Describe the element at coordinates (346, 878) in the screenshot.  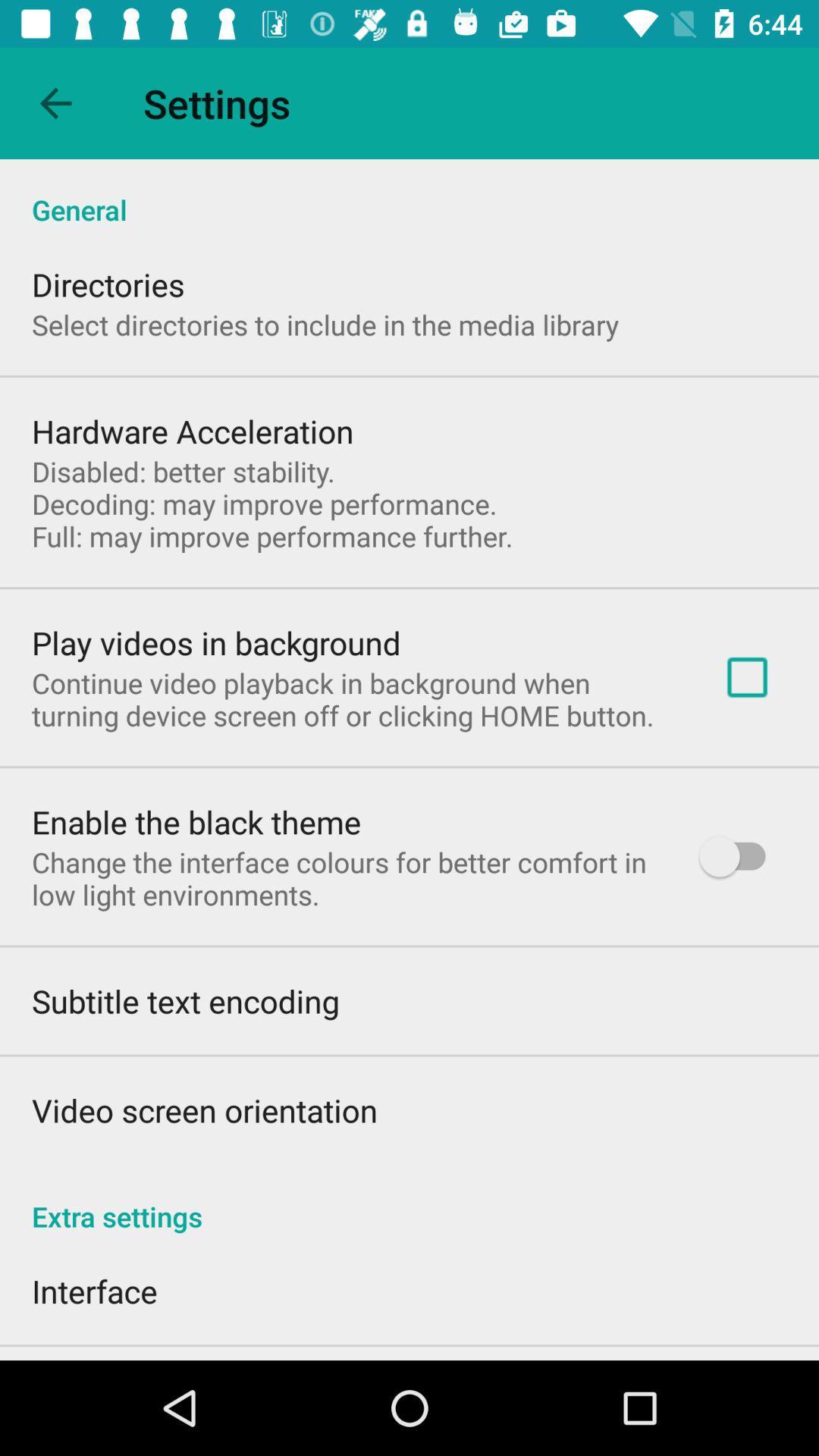
I see `item above subtitle text encoding item` at that location.